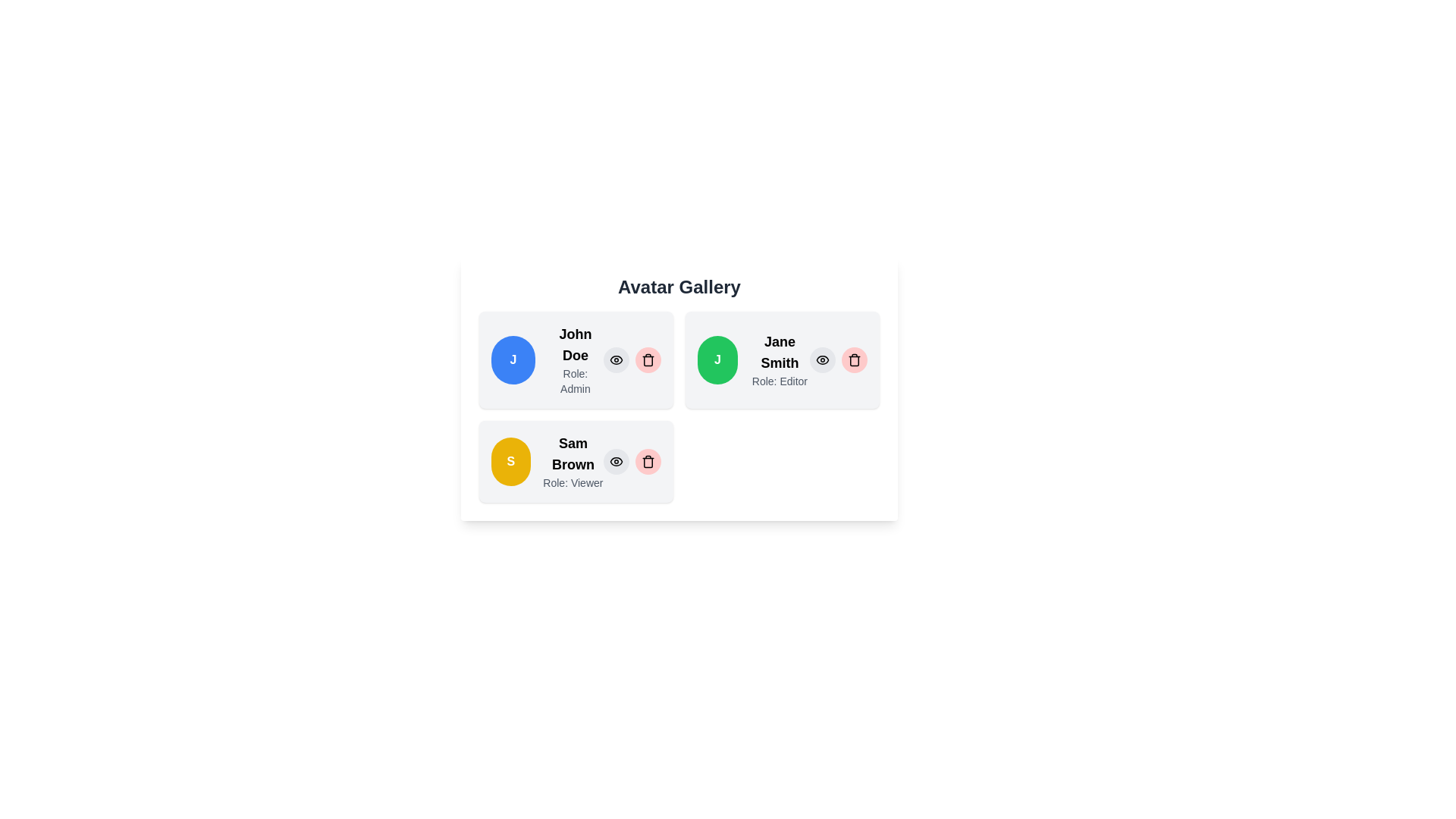 The height and width of the screenshot is (819, 1456). Describe the element at coordinates (648, 359) in the screenshot. I see `the delete button associated with 'John Doe's card, located as the second button in the right-aligned button group, adjacent to the eye symbol button` at that location.